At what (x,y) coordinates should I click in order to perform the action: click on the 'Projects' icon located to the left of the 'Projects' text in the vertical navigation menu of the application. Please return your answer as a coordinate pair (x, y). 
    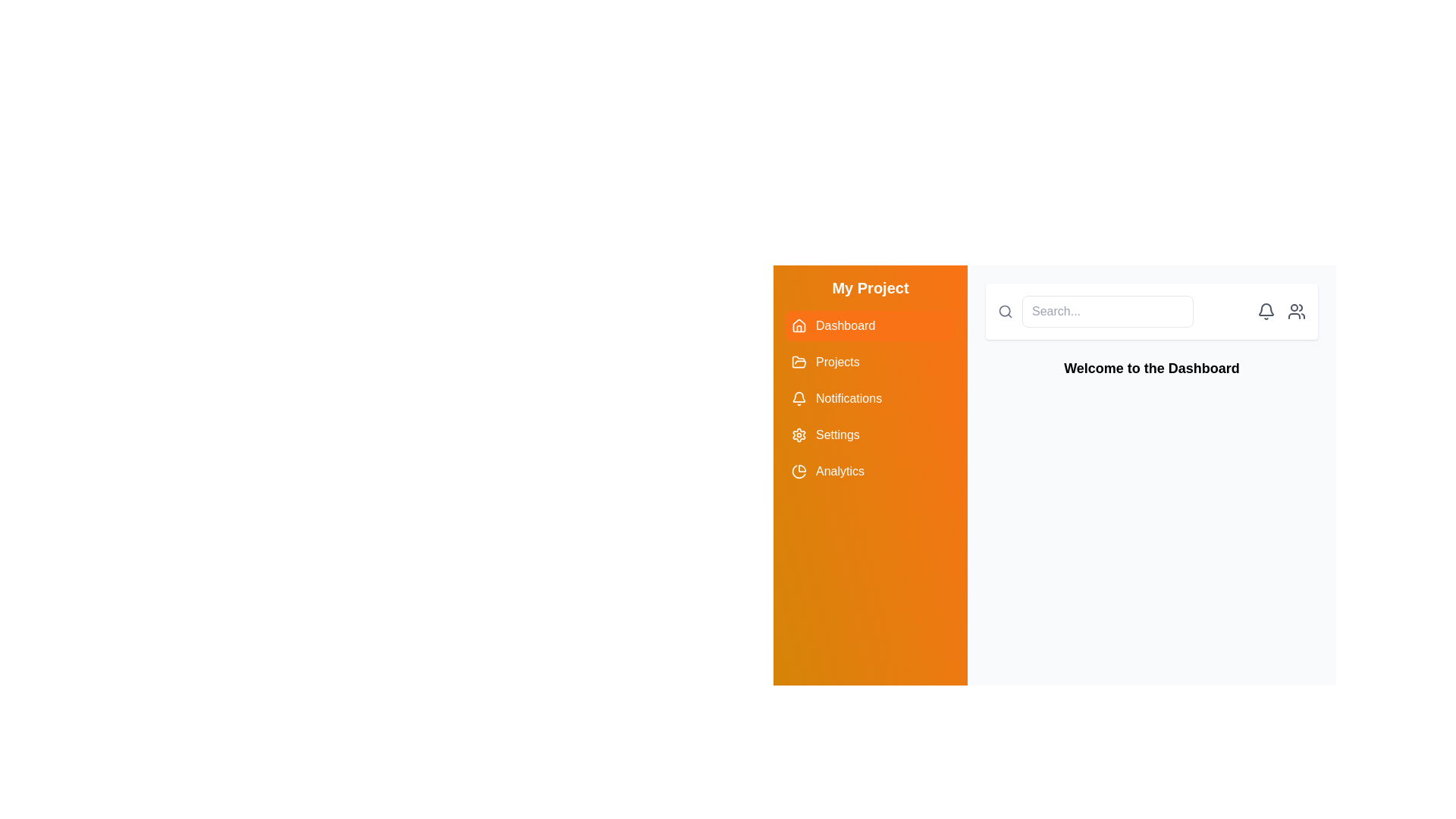
    Looking at the image, I should click on (799, 362).